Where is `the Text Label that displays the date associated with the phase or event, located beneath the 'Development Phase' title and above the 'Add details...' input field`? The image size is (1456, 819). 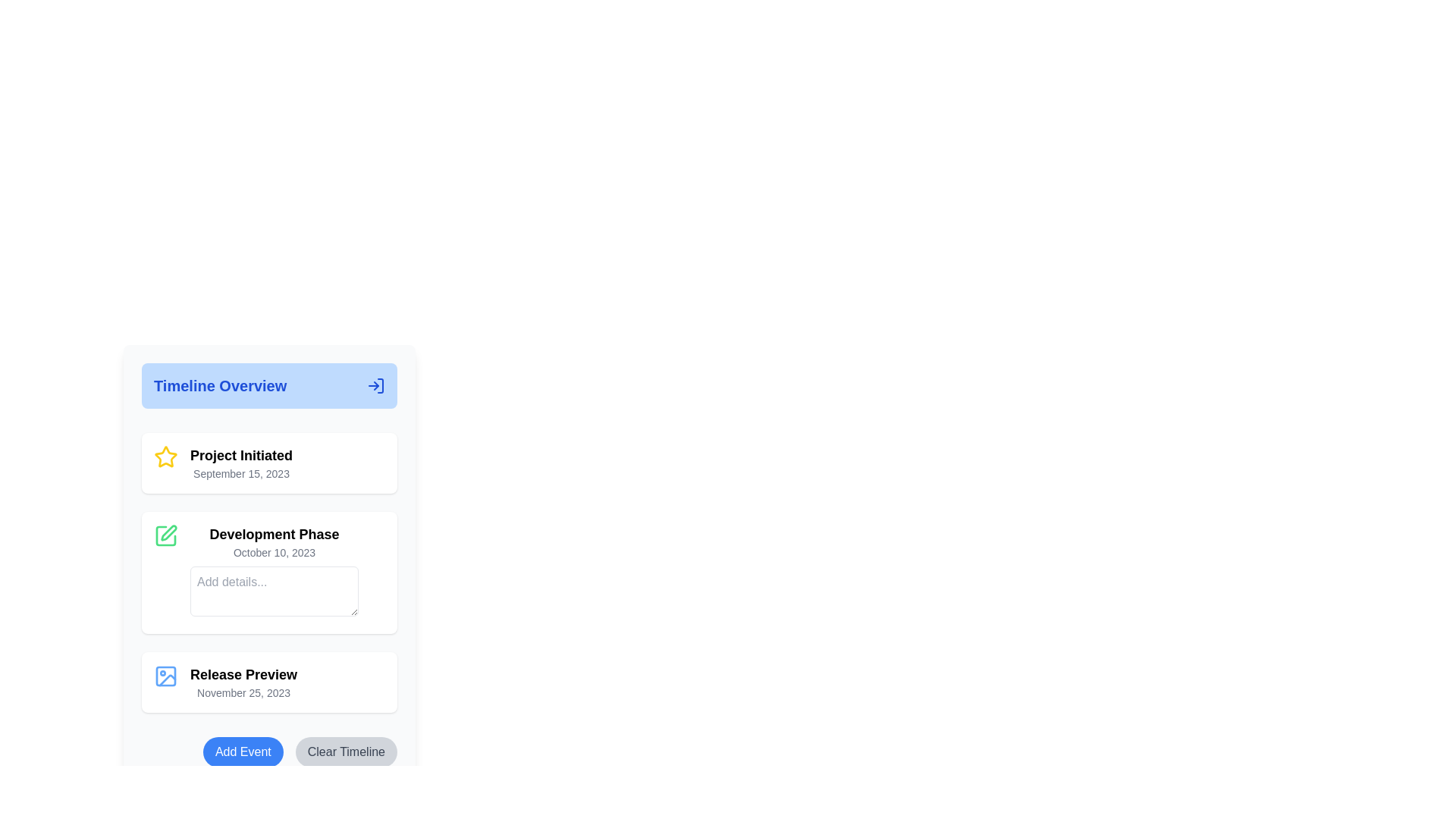 the Text Label that displays the date associated with the phase or event, located beneath the 'Development Phase' title and above the 'Add details...' input field is located at coordinates (274, 553).